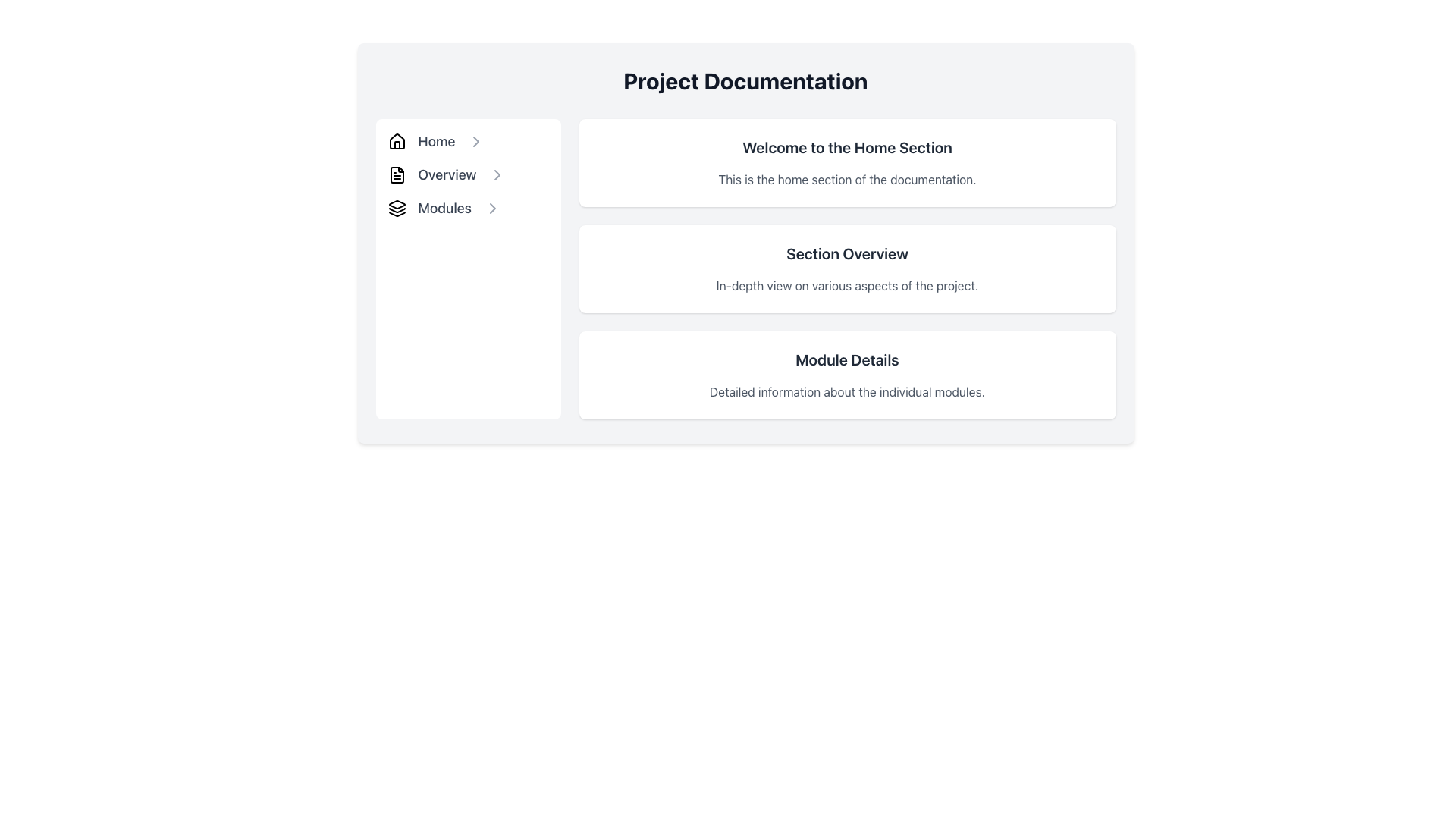 The image size is (1456, 819). I want to click on the 'Section Overview' card, which has a white background, rounded corners, and contains a bold title in dark gray followed by a lighter paragraph, so click(846, 268).